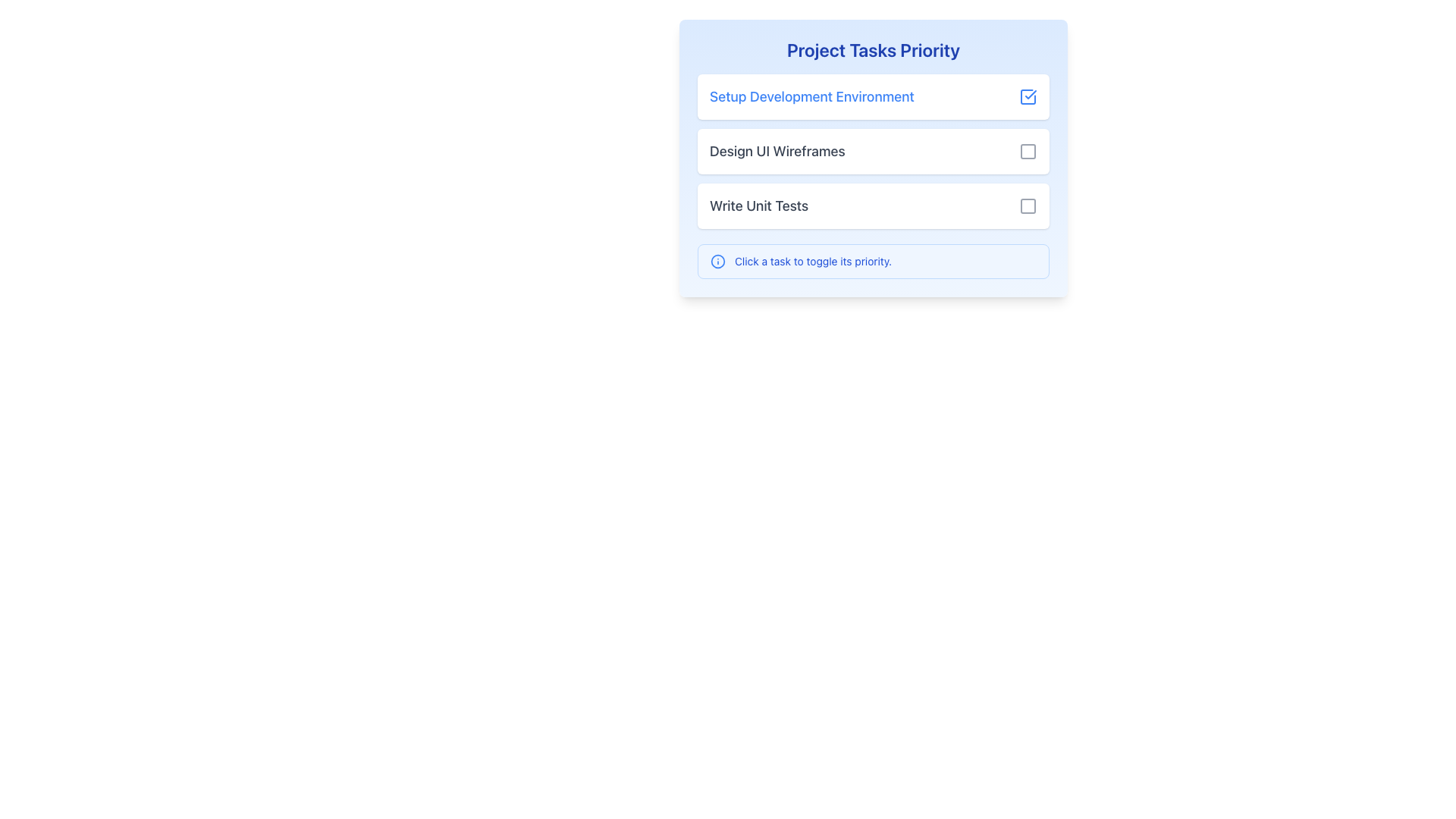 This screenshot has width=1456, height=819. Describe the element at coordinates (874, 158) in the screenshot. I see `the checkbox of the task item labeled 'Design UI Wireframes' to mark it as selected or deselected` at that location.